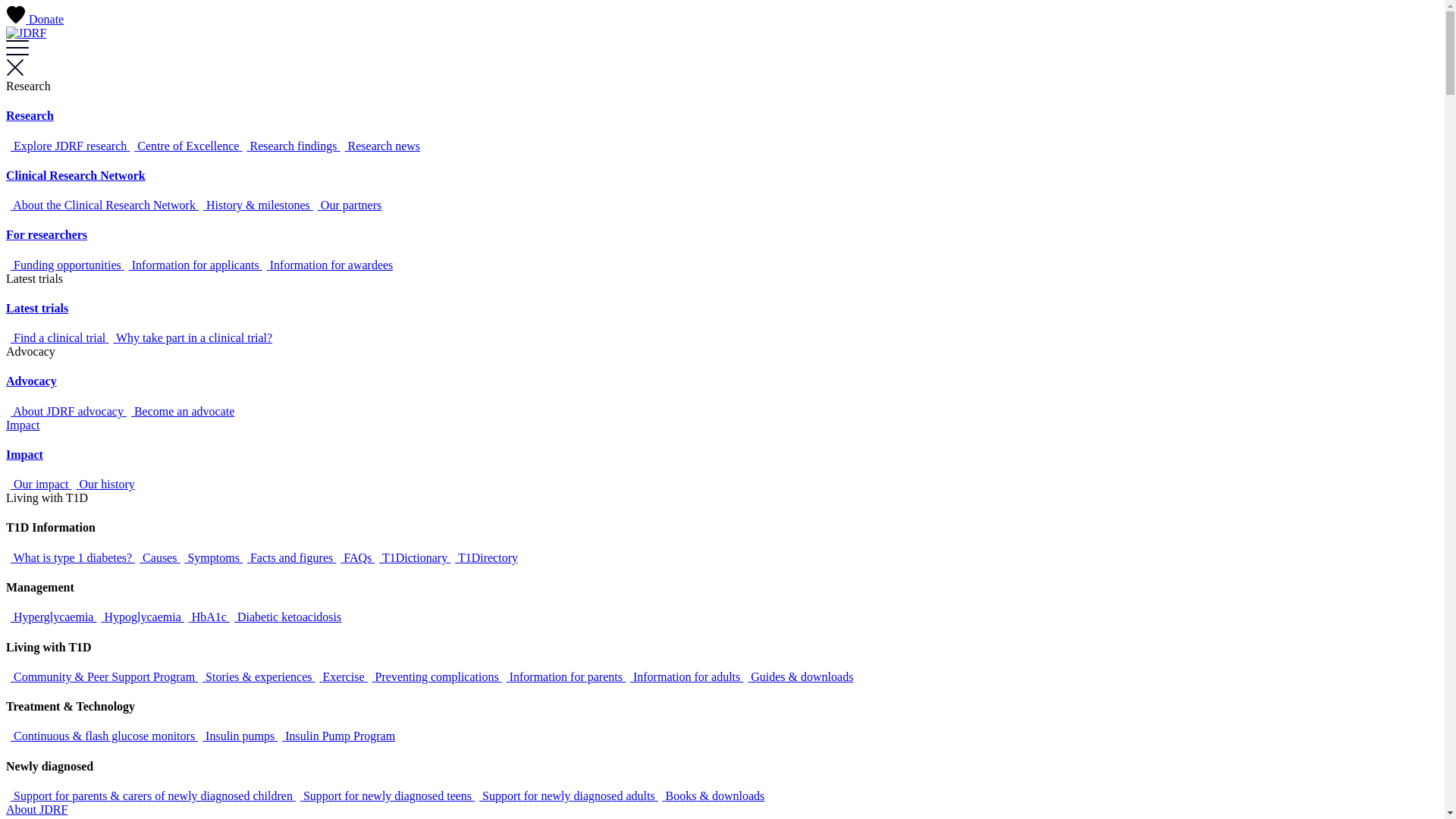 The height and width of the screenshot is (819, 1456). Describe the element at coordinates (51, 617) in the screenshot. I see `'Hyperglycaemia'` at that location.